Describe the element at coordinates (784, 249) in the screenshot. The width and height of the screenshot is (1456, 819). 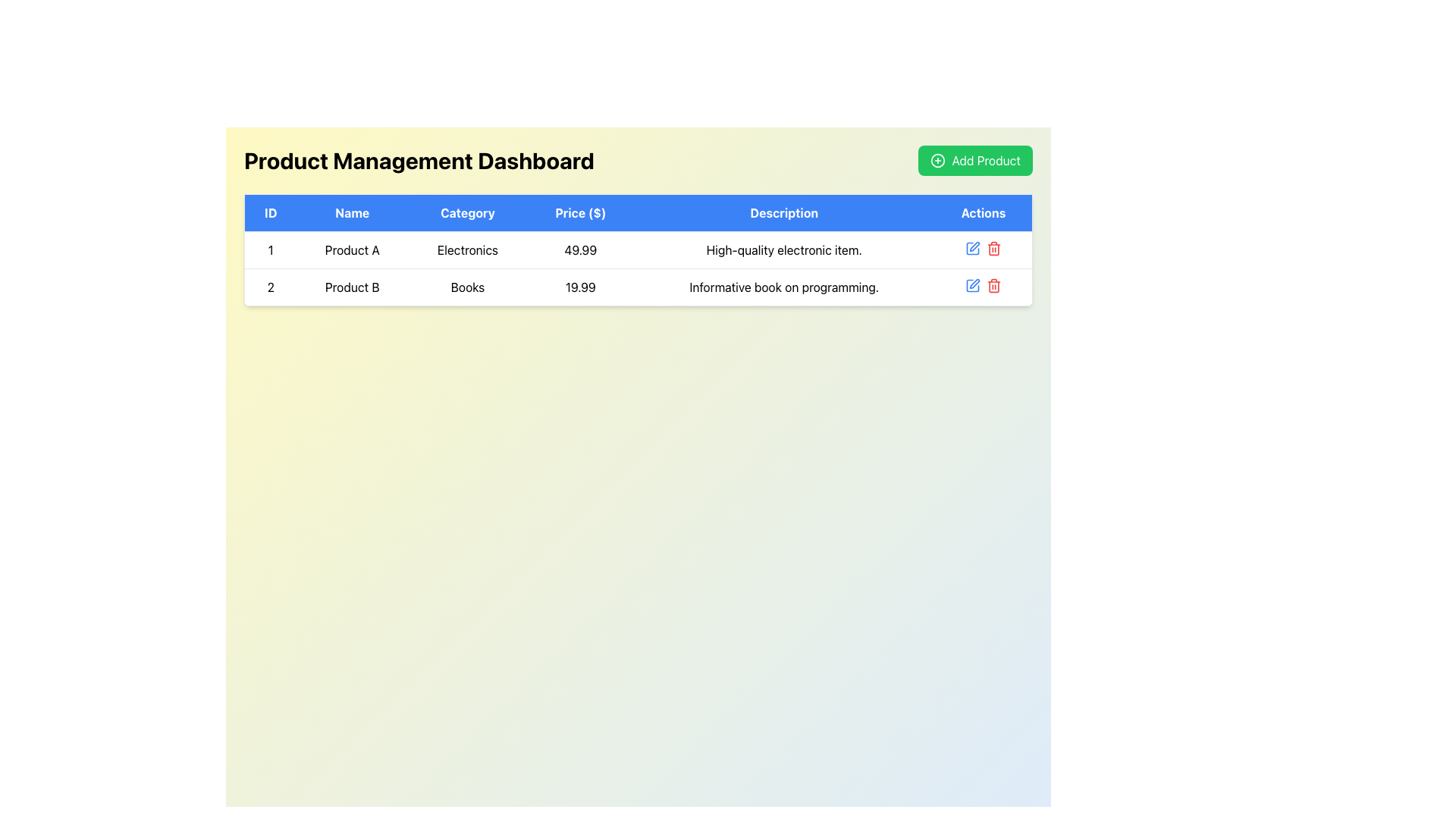
I see `the product description text located in the 'Description' column of the first row of the table, which is centrally aligned between the 'Price ($)' and 'Actions' columns` at that location.